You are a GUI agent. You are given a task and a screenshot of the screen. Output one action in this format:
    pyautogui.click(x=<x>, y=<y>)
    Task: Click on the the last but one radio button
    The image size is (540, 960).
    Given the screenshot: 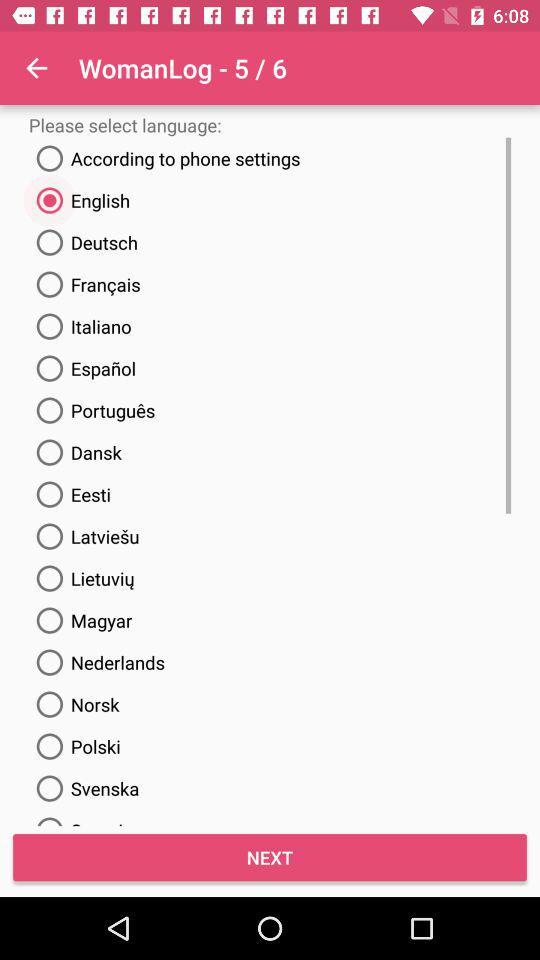 What is the action you would take?
    pyautogui.click(x=74, y=745)
    